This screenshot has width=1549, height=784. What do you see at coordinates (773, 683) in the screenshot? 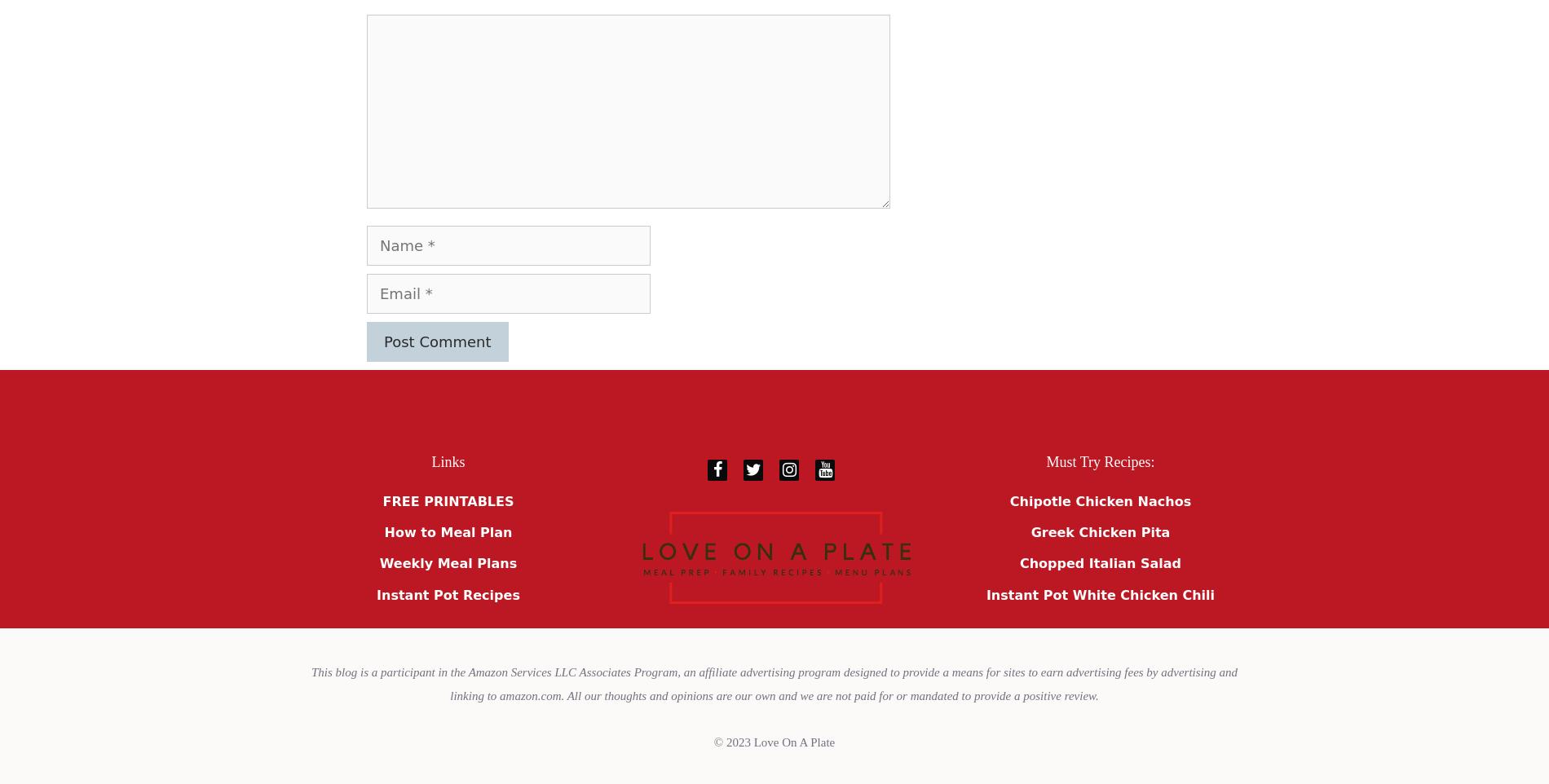
I see `'This blog is a participant in the Amazon Services LLC Associates Program, an affiliate advertising program designed to provide a means for sites to earn advertising fees by advertising and linking to amazon.com. All our thoughts and opinions are our own and we are not paid for or mandated to provide a positive review.'` at bounding box center [773, 683].